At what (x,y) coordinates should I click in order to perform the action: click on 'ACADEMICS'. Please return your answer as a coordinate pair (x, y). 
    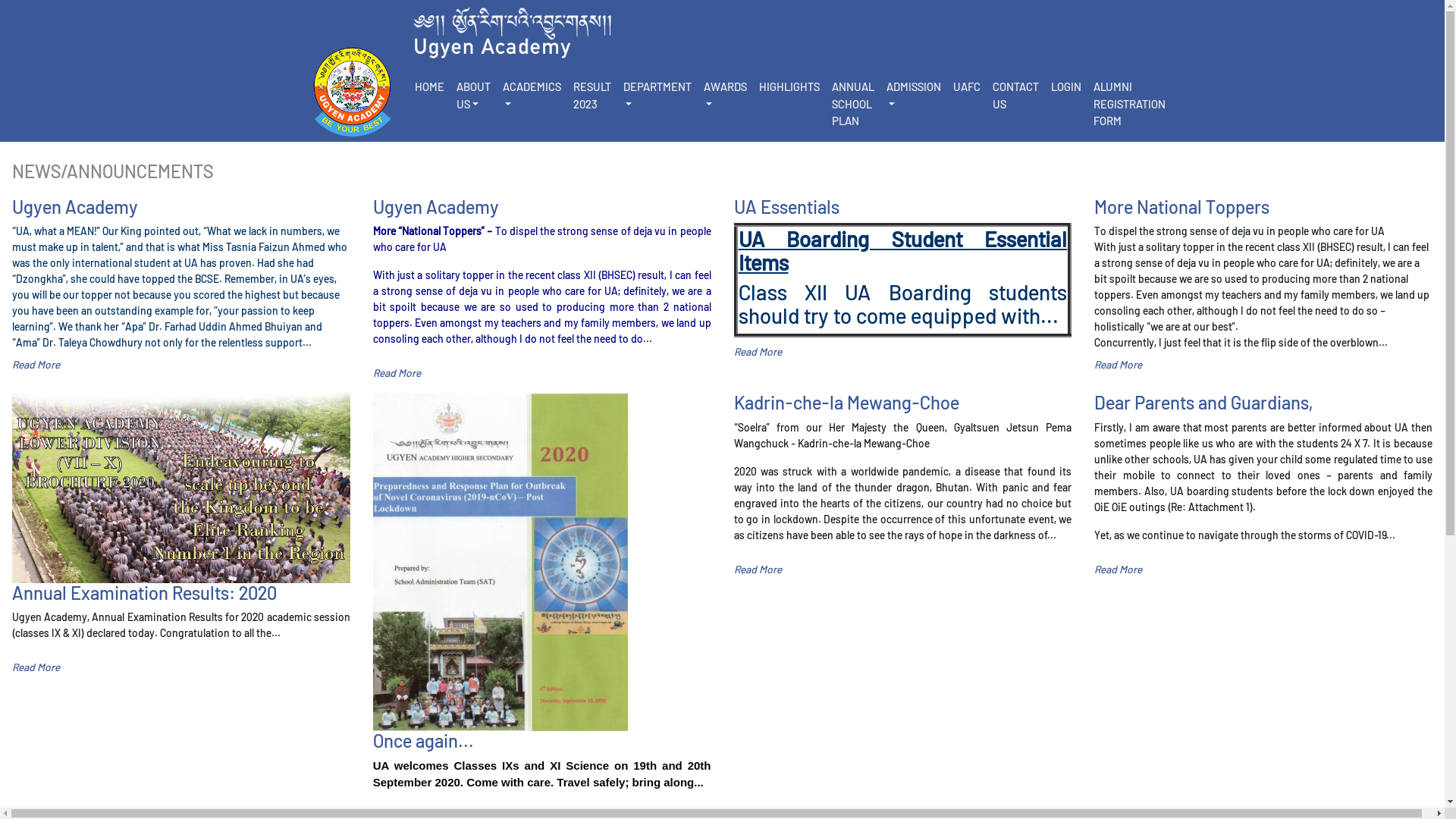
    Looking at the image, I should click on (531, 95).